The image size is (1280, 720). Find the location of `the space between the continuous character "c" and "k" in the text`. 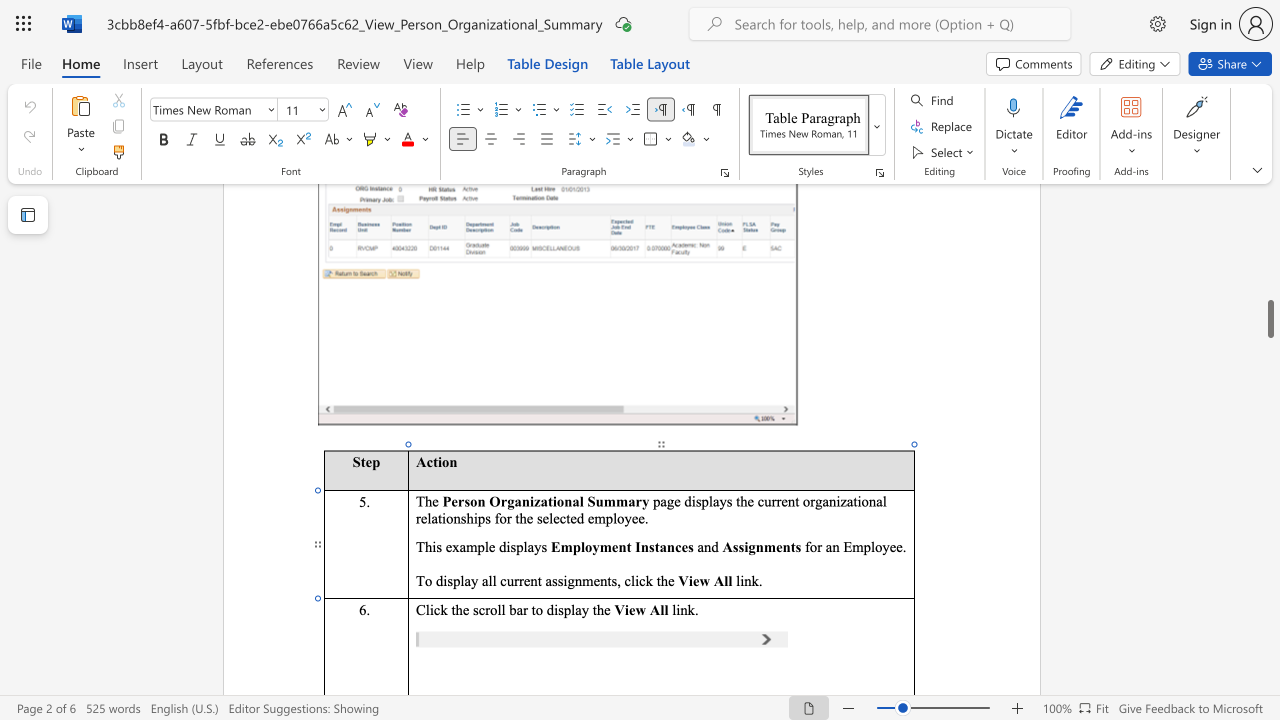

the space between the continuous character "c" and "k" in the text is located at coordinates (439, 608).